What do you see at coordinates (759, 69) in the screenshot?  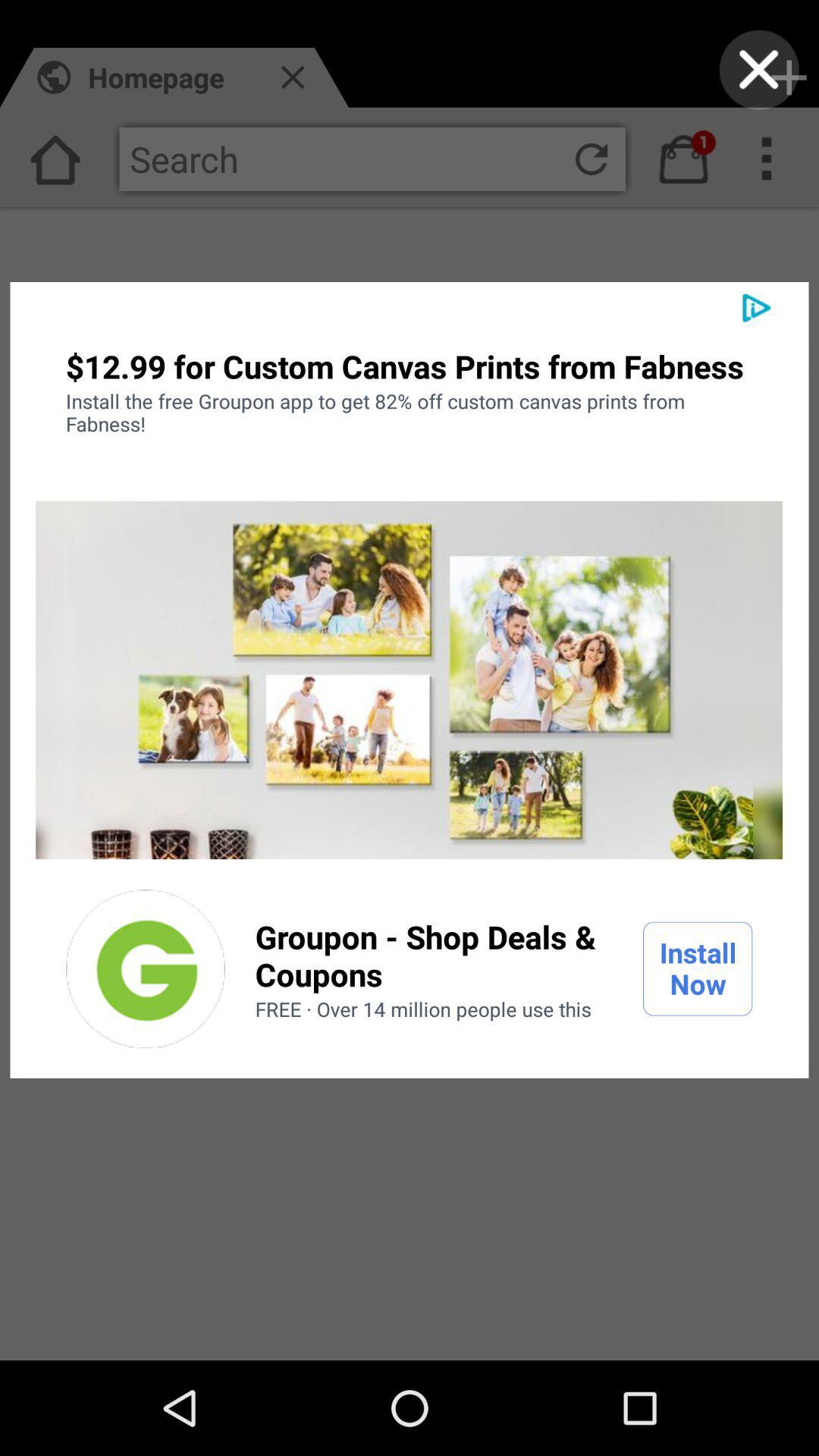 I see `the page` at bounding box center [759, 69].